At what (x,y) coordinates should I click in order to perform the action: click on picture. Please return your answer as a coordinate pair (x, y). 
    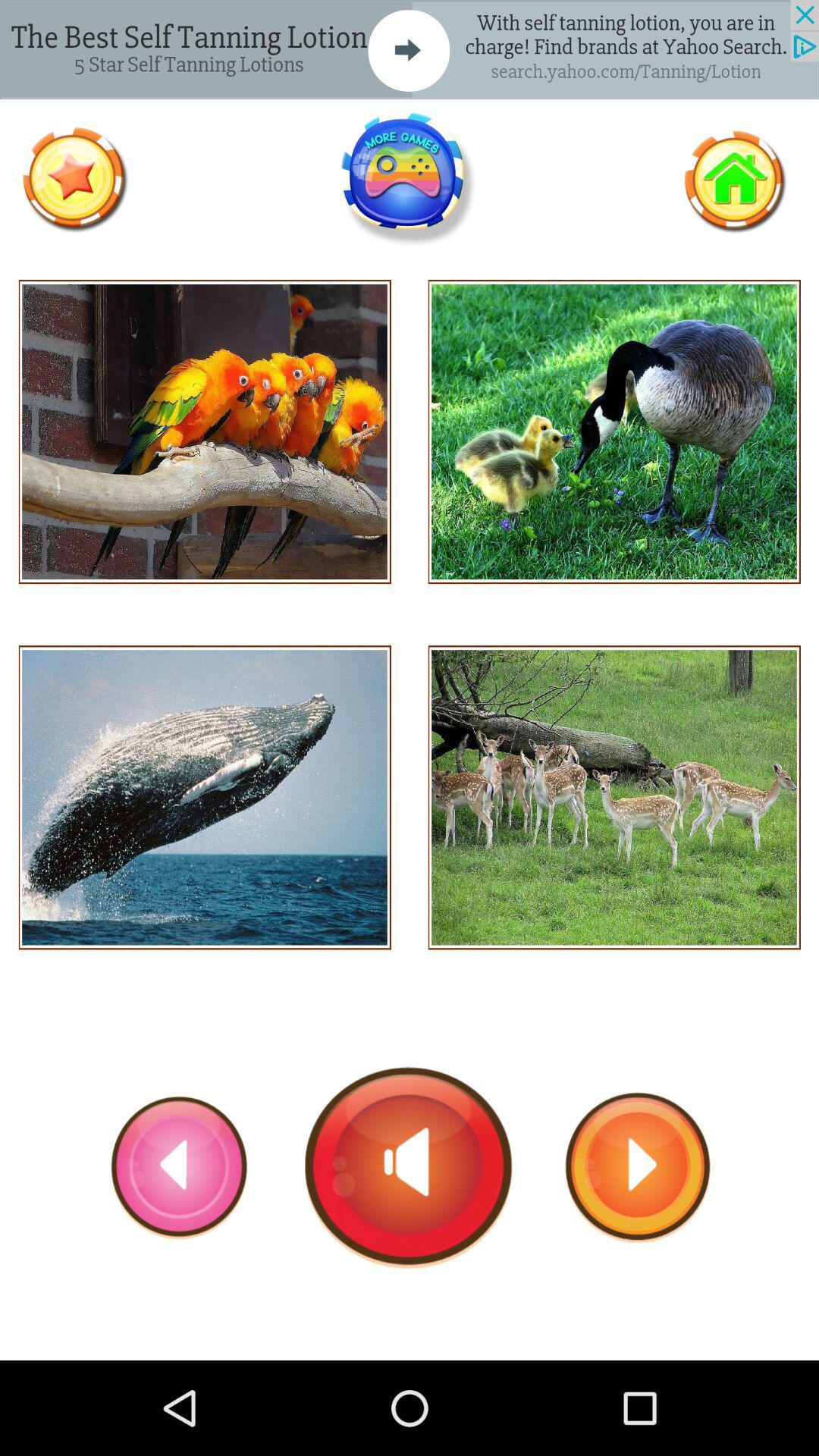
    Looking at the image, I should click on (614, 796).